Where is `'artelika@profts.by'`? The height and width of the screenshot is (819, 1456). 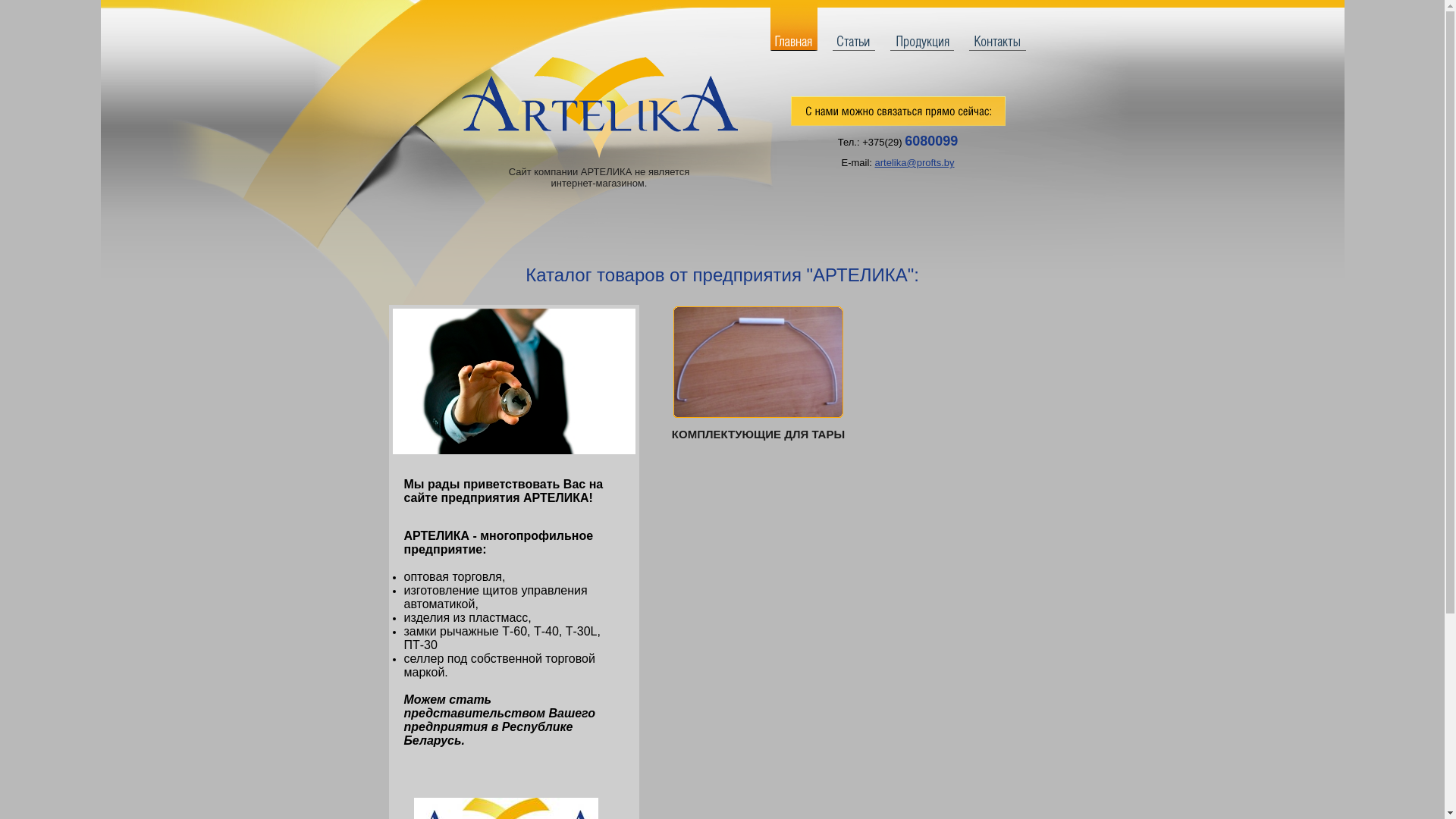
'artelika@profts.by' is located at coordinates (874, 162).